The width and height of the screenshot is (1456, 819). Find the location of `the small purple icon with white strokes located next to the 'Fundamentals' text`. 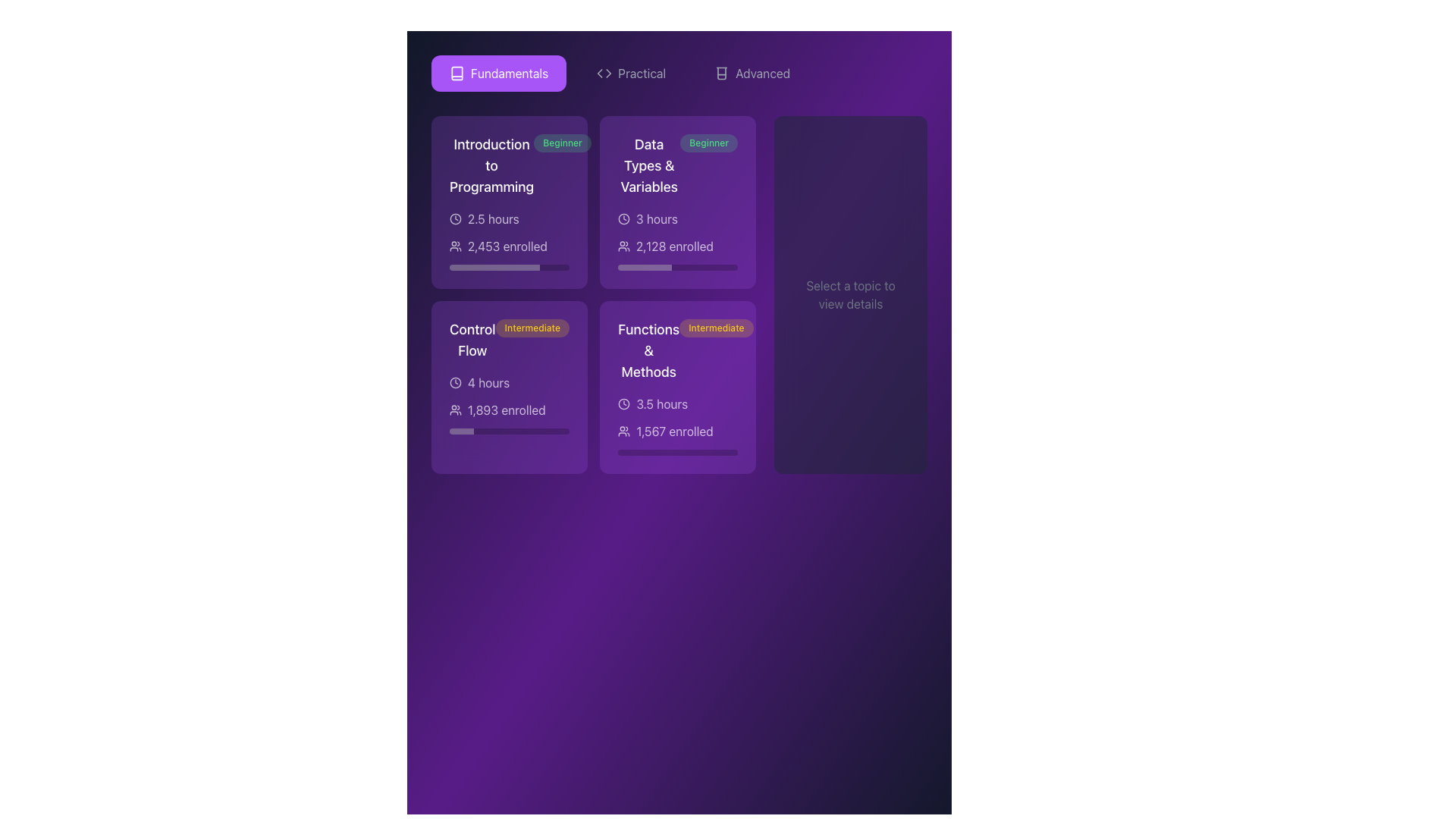

the small purple icon with white strokes located next to the 'Fundamentals' text is located at coordinates (457, 73).